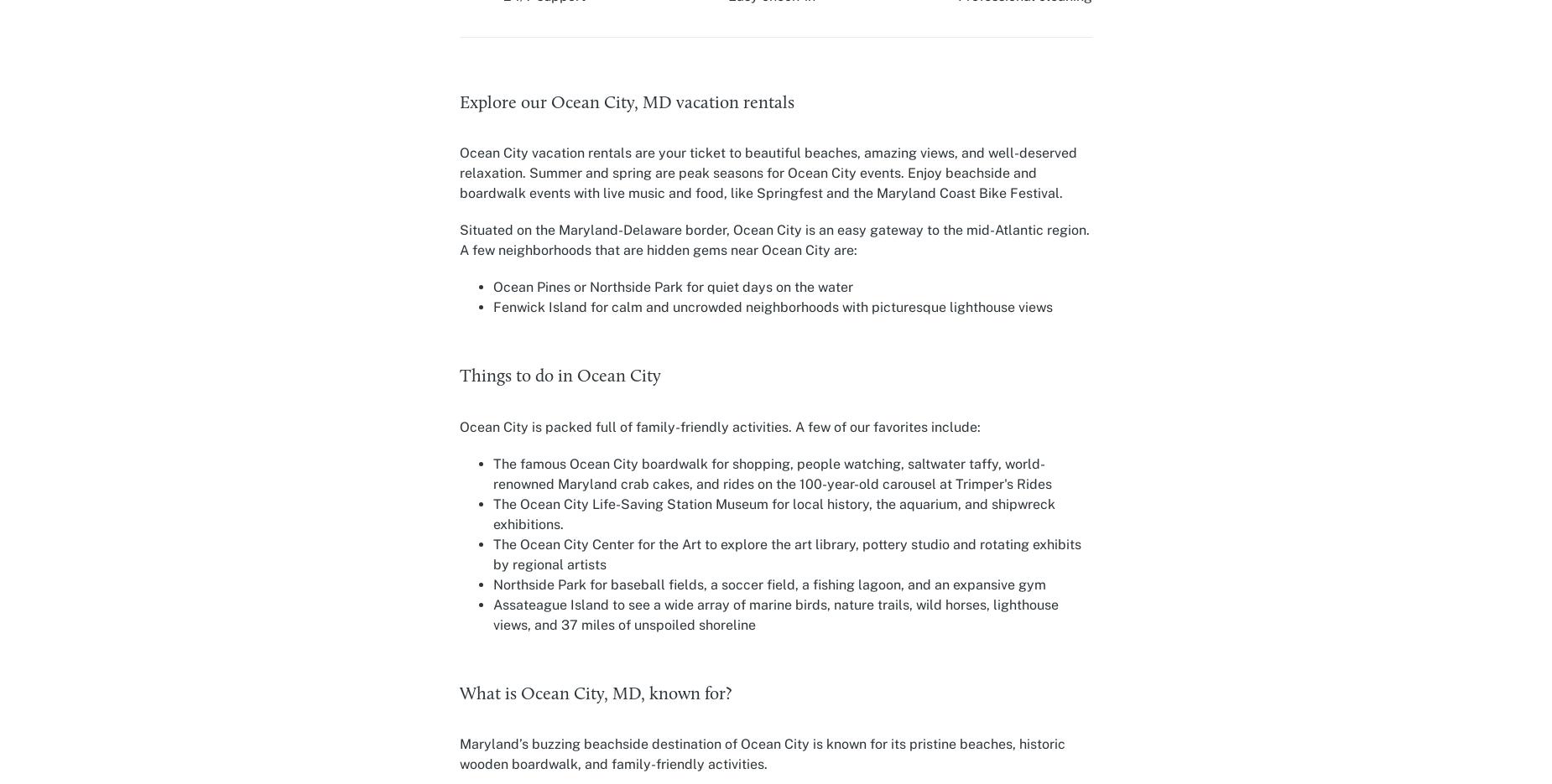 This screenshot has height=784, width=1552. Describe the element at coordinates (773, 512) in the screenshot. I see `'The Ocean City Life-Saving Station Museum for local history, the aquarium, and shipwreck exhibitions.'` at that location.